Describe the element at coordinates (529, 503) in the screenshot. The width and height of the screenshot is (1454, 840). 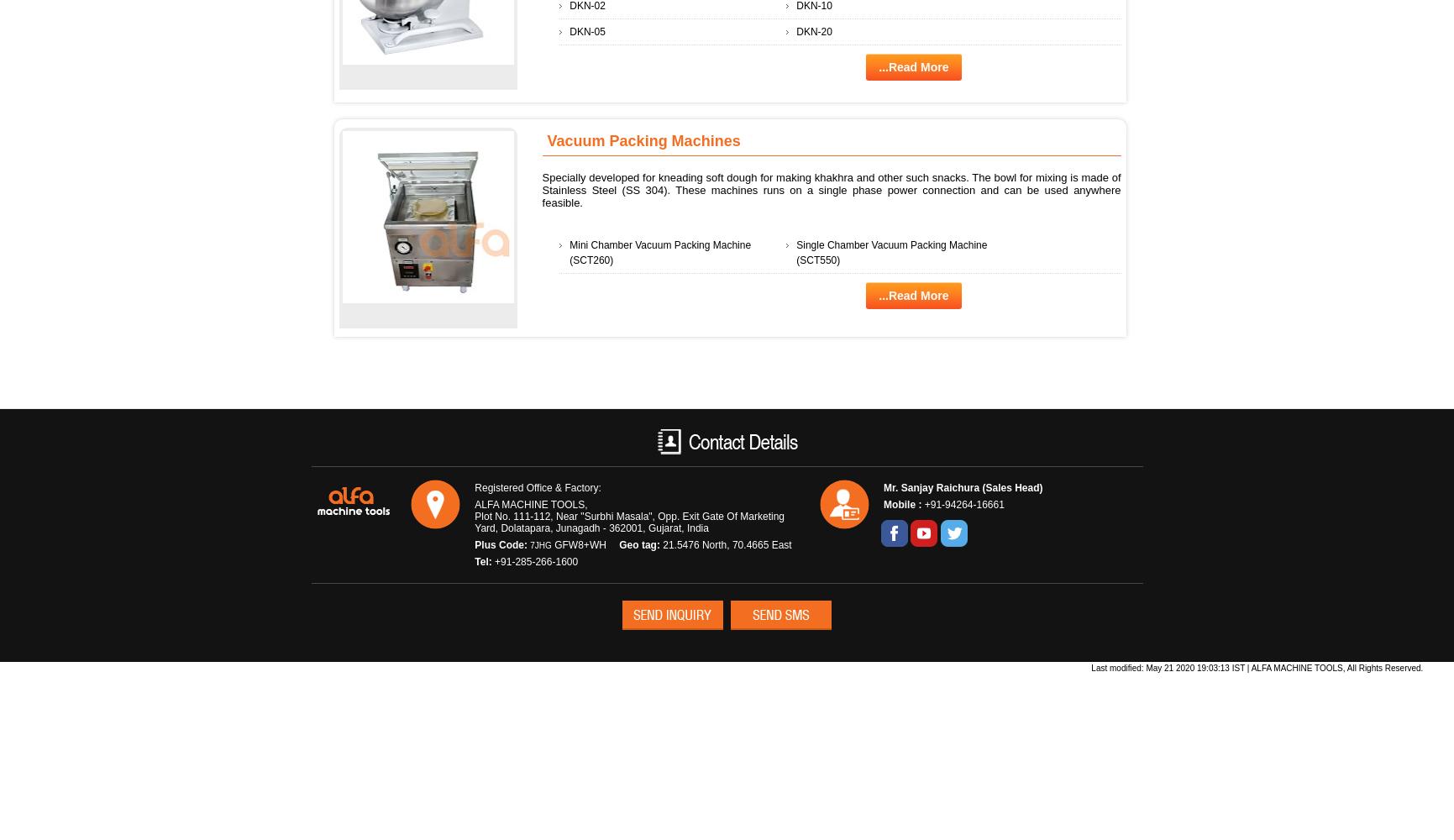
I see `'ALFA MACHINE TOOLS,'` at that location.